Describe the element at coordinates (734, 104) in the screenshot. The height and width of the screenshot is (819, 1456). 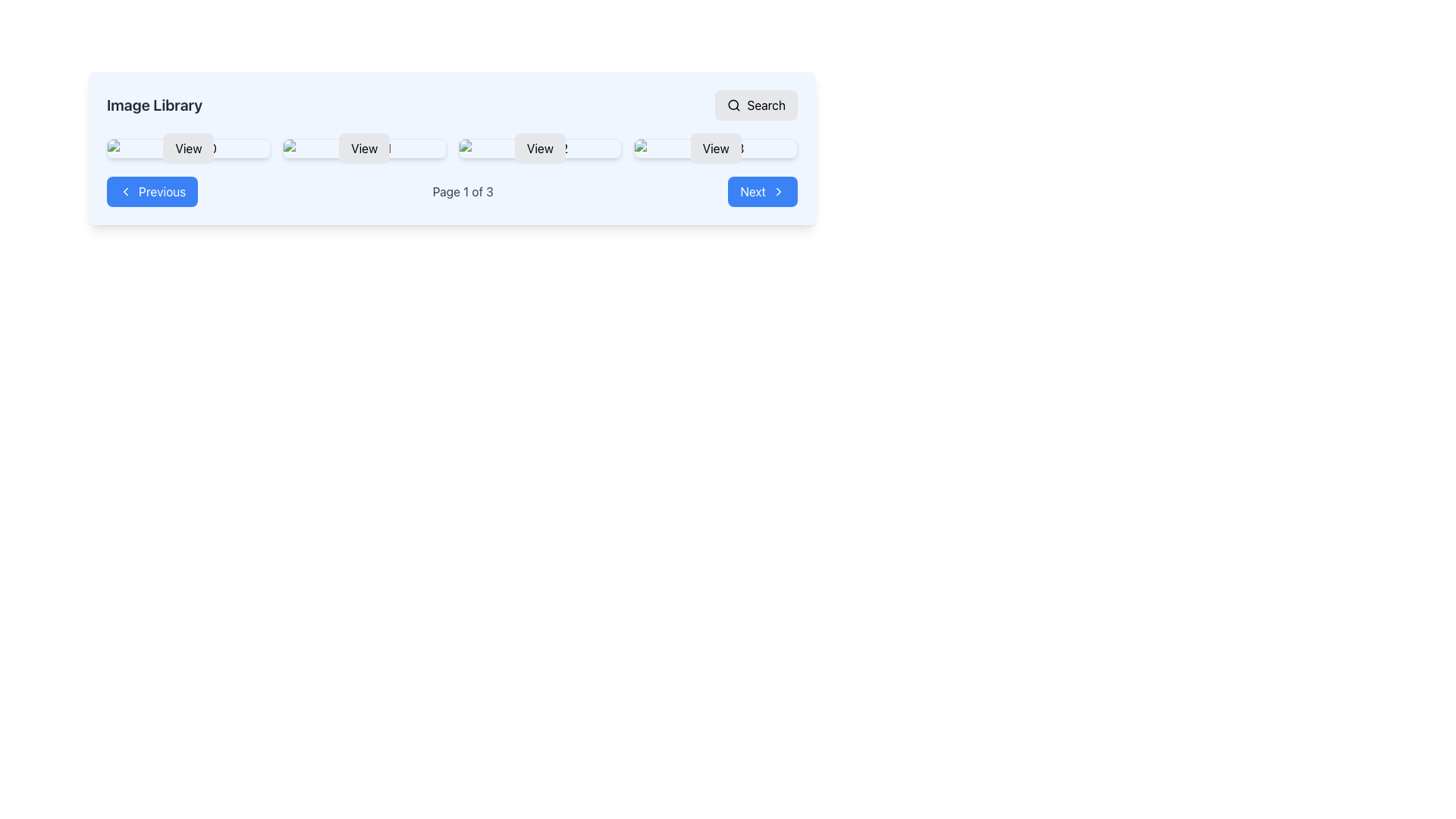
I see `the 'Search' button which contains the magnifying glass icon located in the top-right section of the interface` at that location.